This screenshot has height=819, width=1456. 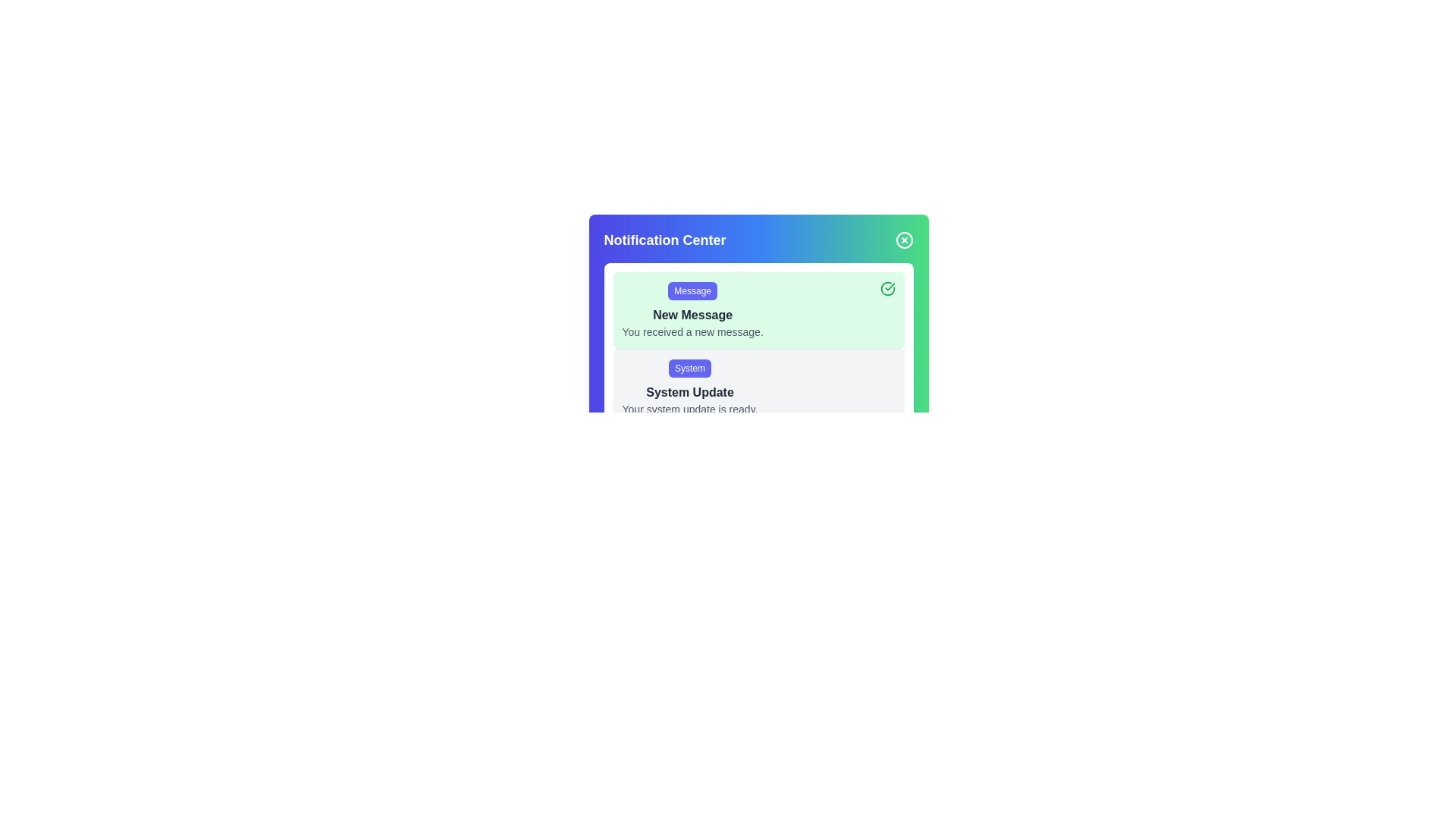 What do you see at coordinates (692, 291) in the screenshot?
I see `the blue button-like component labeled 'Message' which is located above the text 'New Message' in the notification panel` at bounding box center [692, 291].